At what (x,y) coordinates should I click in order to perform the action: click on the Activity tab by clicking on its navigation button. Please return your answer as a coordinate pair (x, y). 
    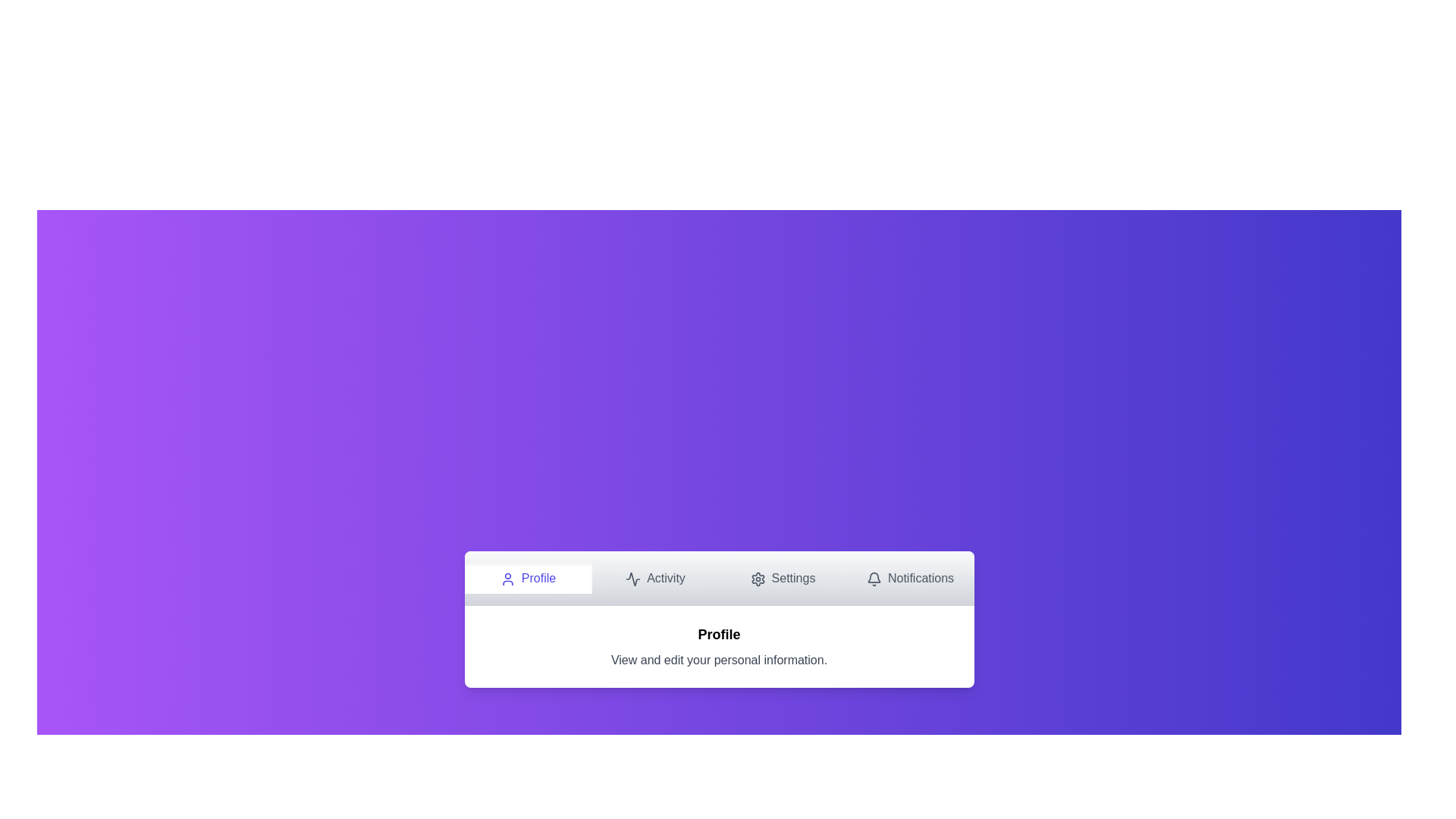
    Looking at the image, I should click on (655, 579).